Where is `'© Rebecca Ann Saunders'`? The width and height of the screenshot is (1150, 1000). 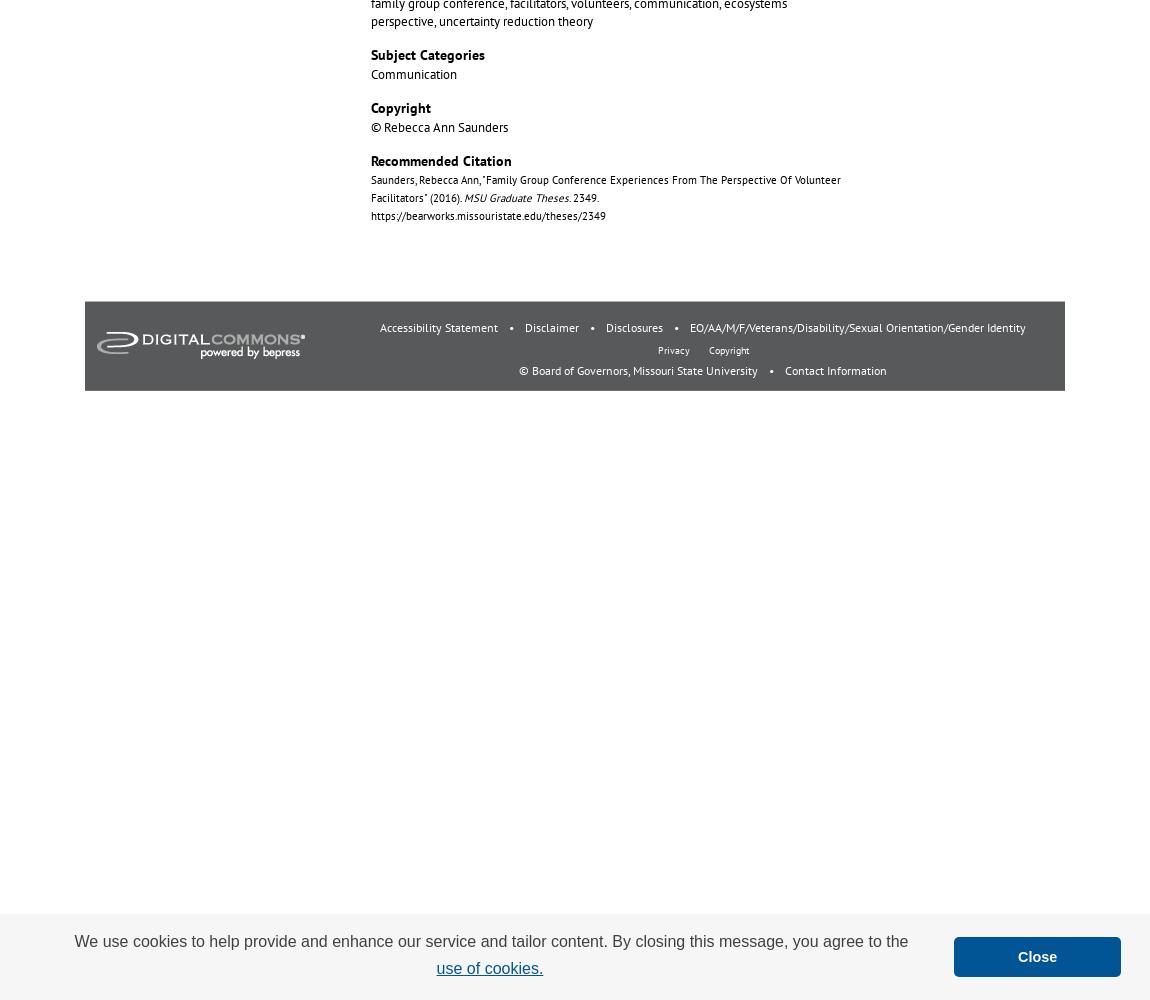
'© Rebecca Ann Saunders' is located at coordinates (439, 126).